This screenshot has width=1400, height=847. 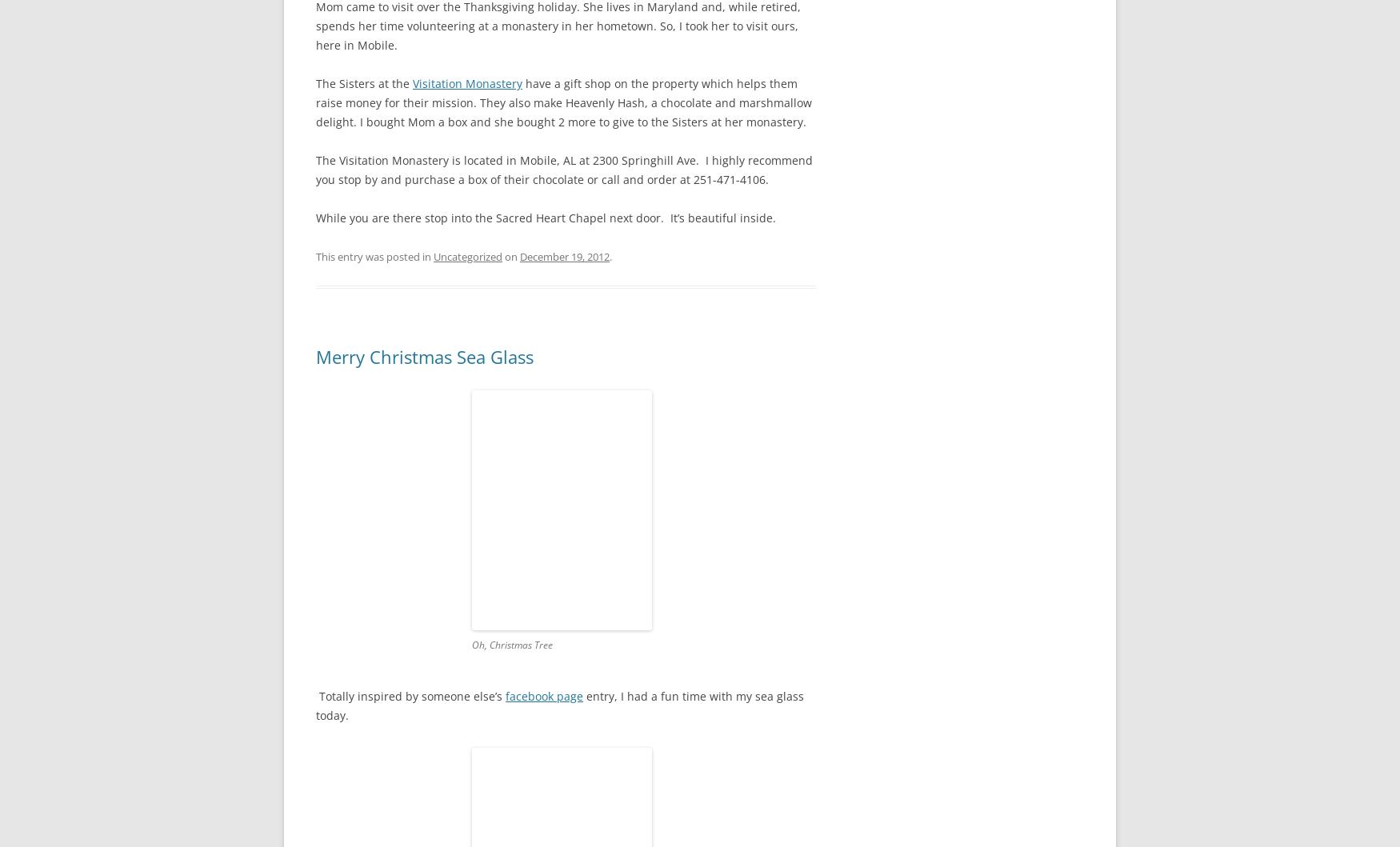 What do you see at coordinates (560, 705) in the screenshot?
I see `'entry, I had a fun time with my sea glass today.'` at bounding box center [560, 705].